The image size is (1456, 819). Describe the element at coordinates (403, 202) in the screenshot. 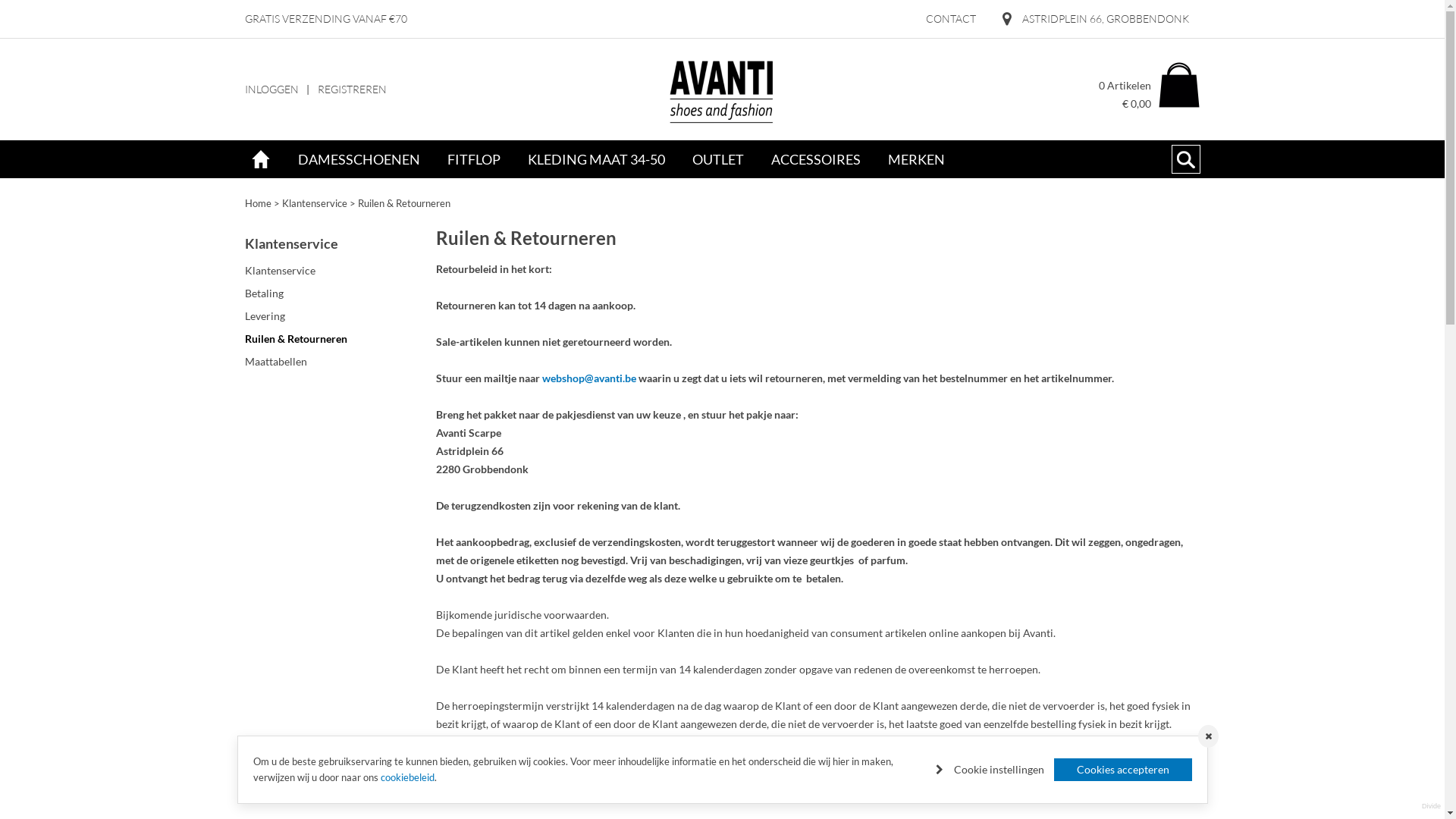

I see `'Ruilen & Retourneren'` at that location.